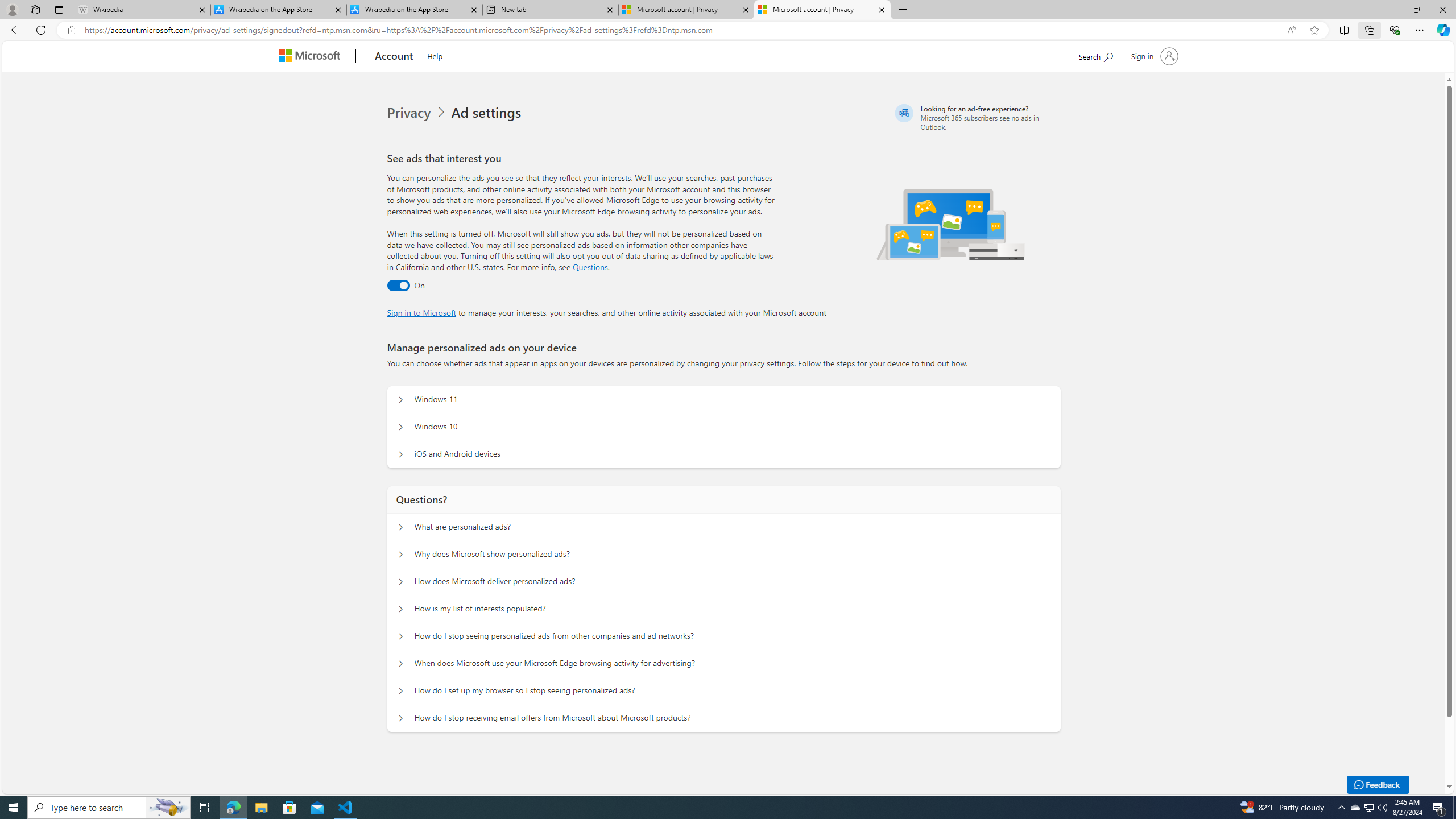  I want to click on 'Questions? Why does Microsoft show personalized ads?', so click(401, 553).